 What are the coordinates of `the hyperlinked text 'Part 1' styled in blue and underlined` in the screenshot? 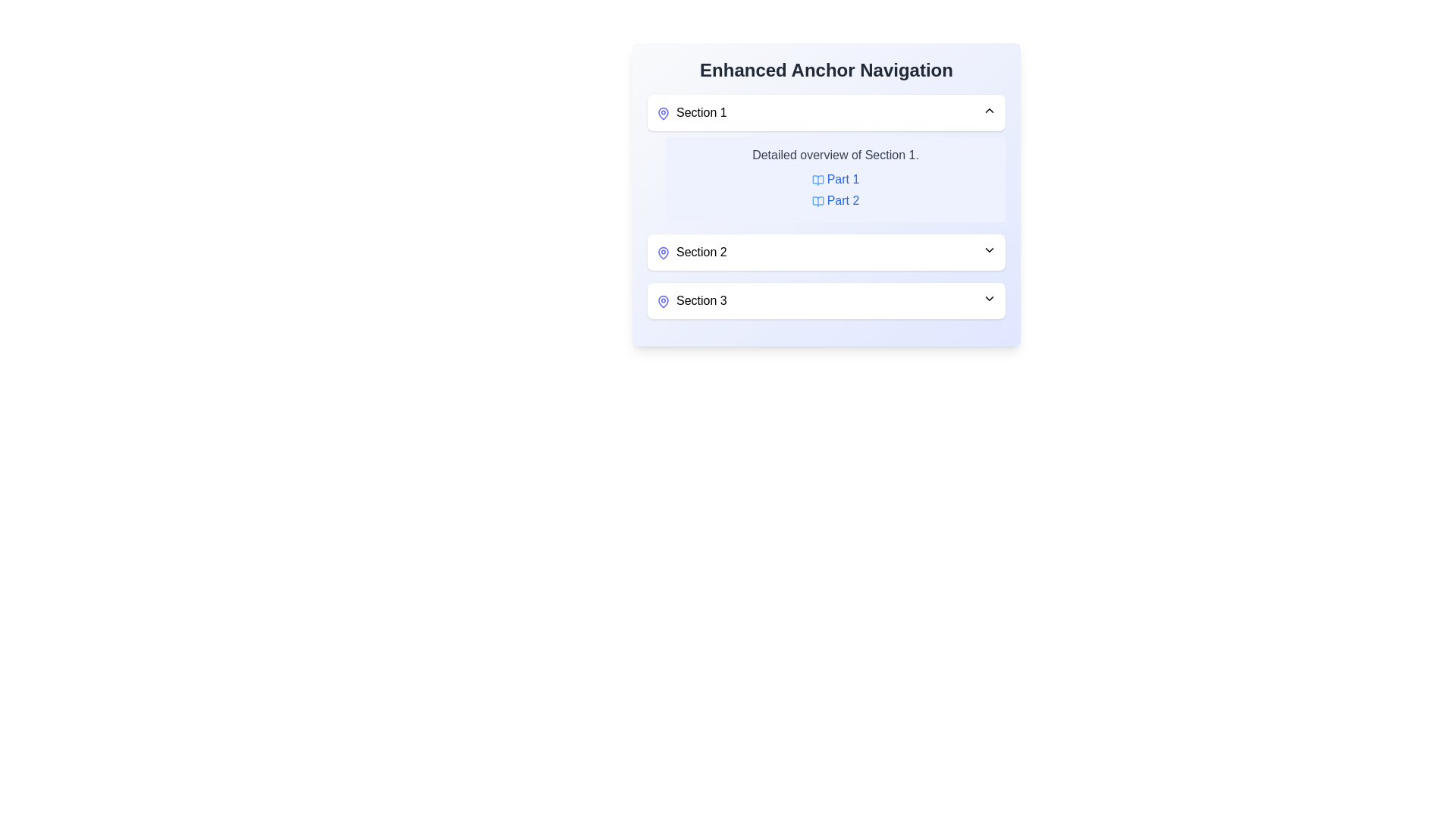 It's located at (835, 178).